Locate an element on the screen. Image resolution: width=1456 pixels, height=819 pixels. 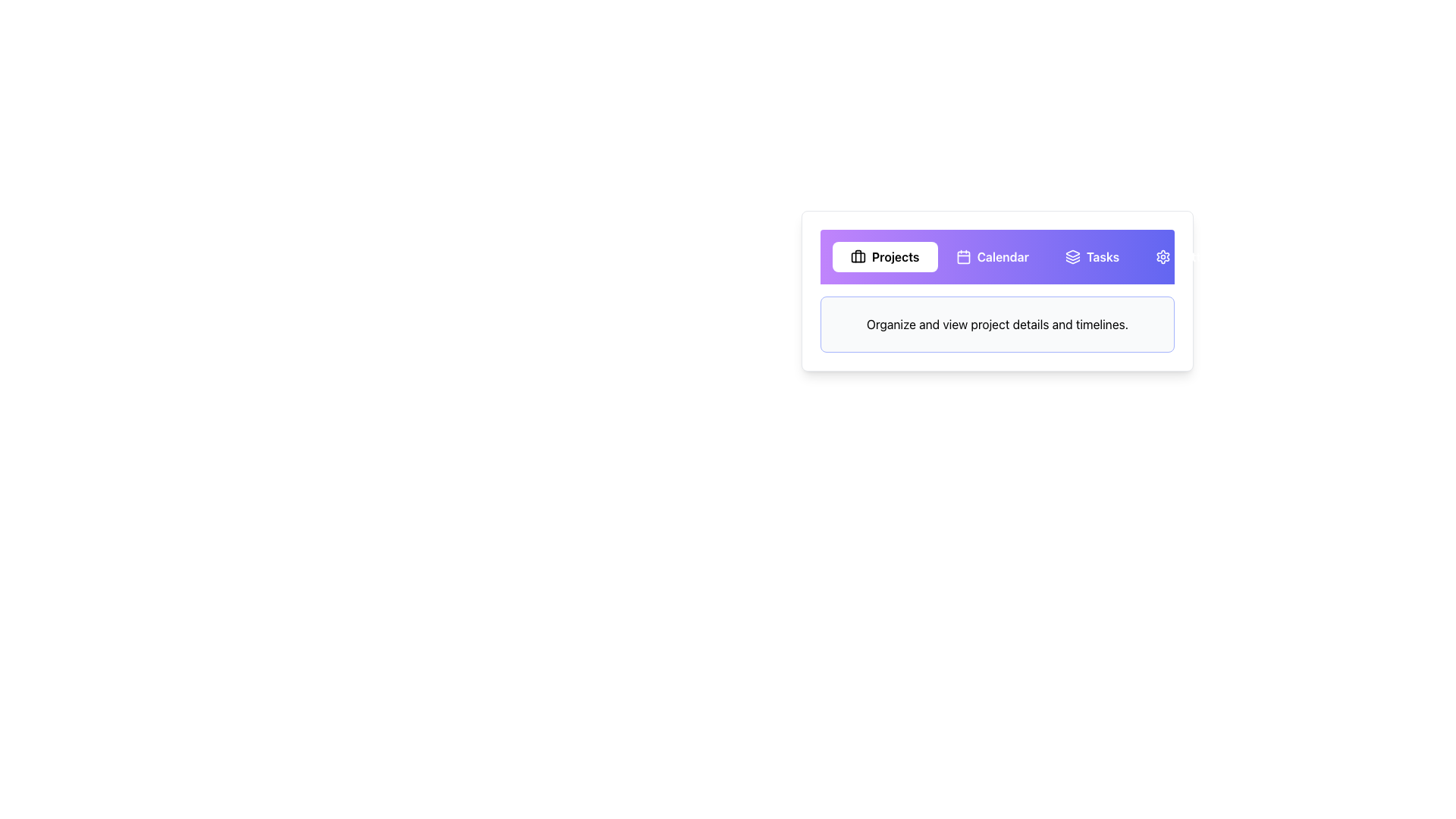
the 'Calendar' text label which is part of a navigation button in the navigation bar is located at coordinates (1003, 256).